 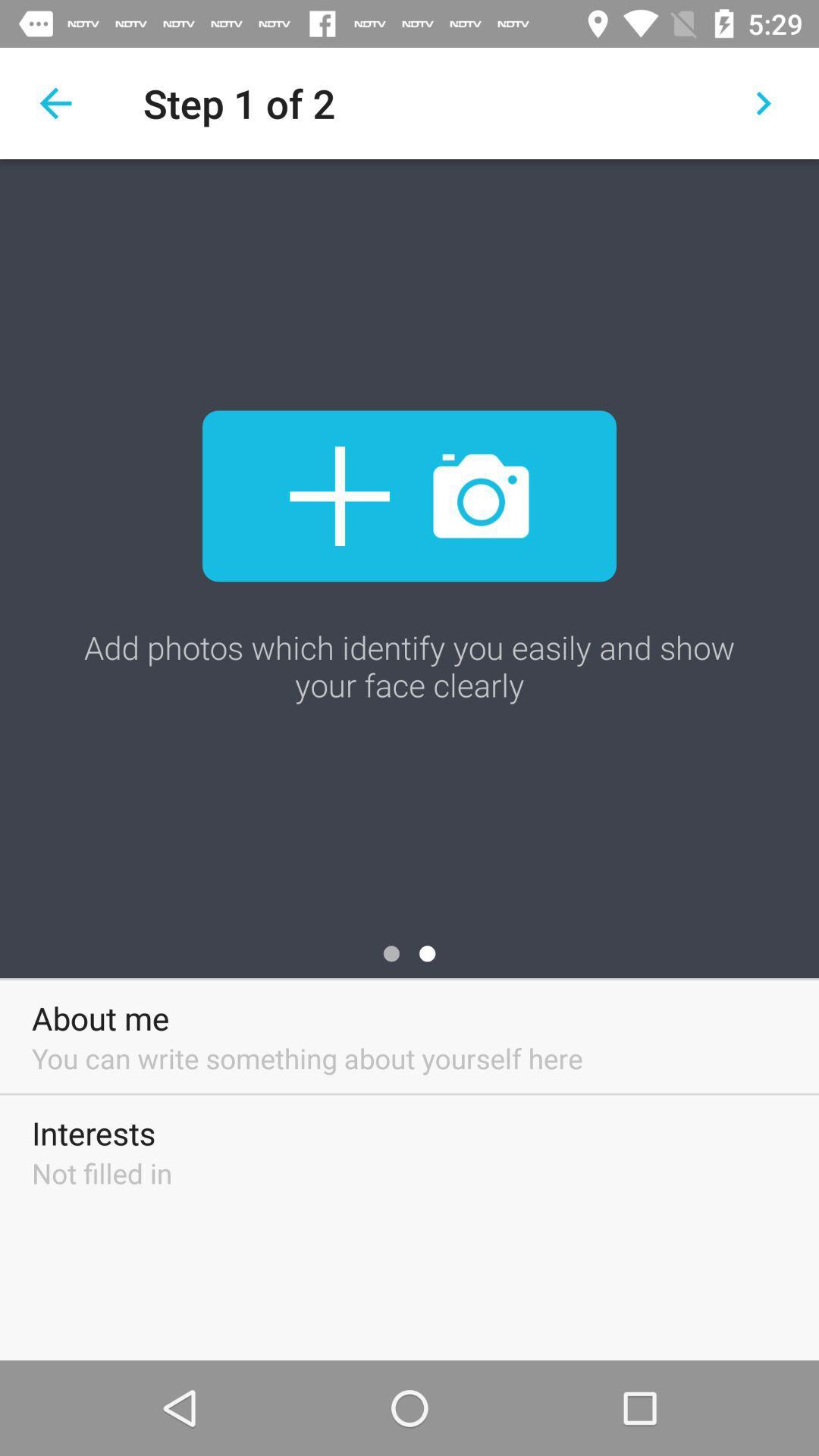 I want to click on the item next to step 1 of item, so click(x=55, y=102).